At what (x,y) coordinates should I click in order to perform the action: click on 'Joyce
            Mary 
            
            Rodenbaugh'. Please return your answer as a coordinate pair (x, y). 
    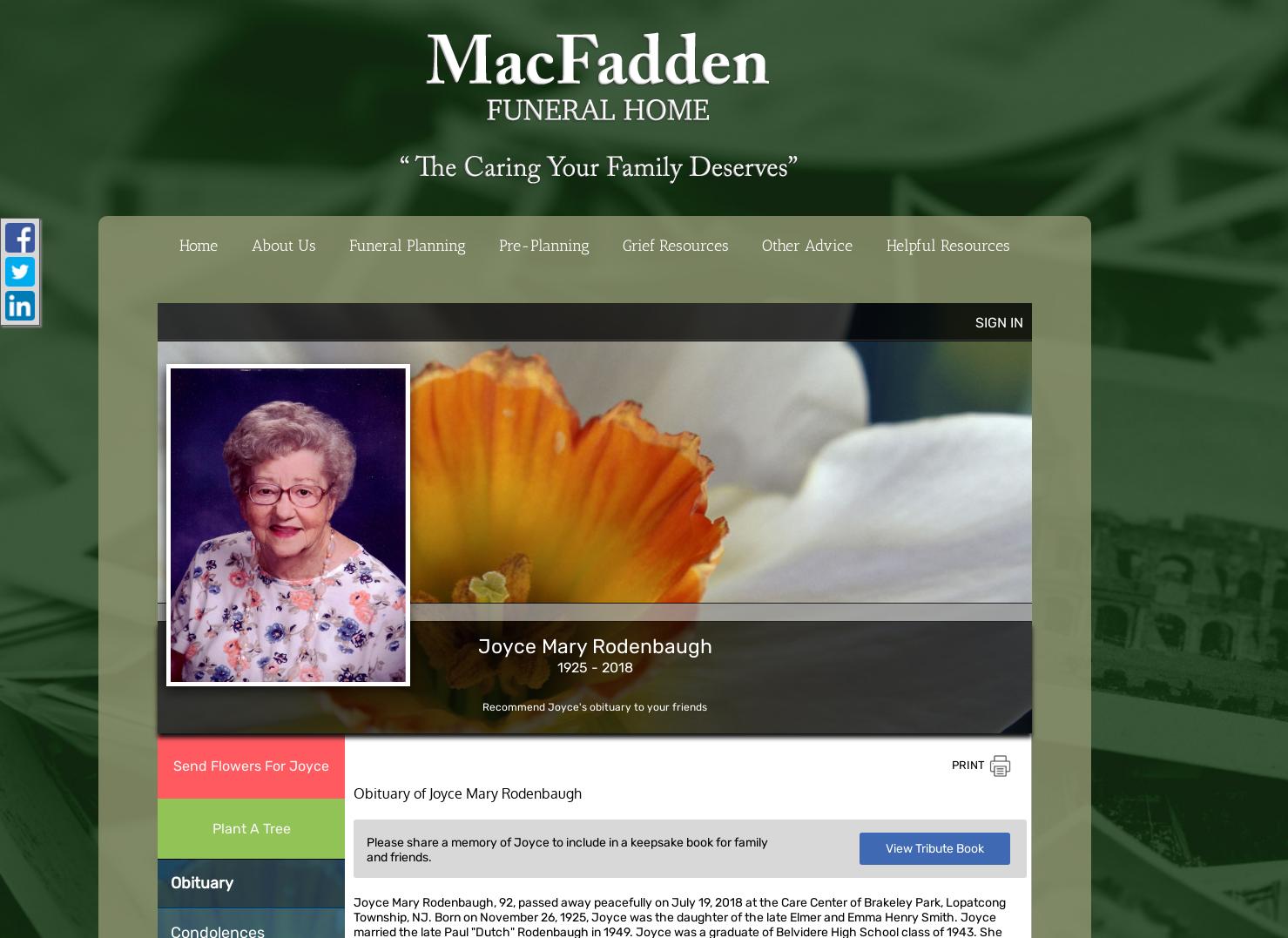
    Looking at the image, I should click on (594, 646).